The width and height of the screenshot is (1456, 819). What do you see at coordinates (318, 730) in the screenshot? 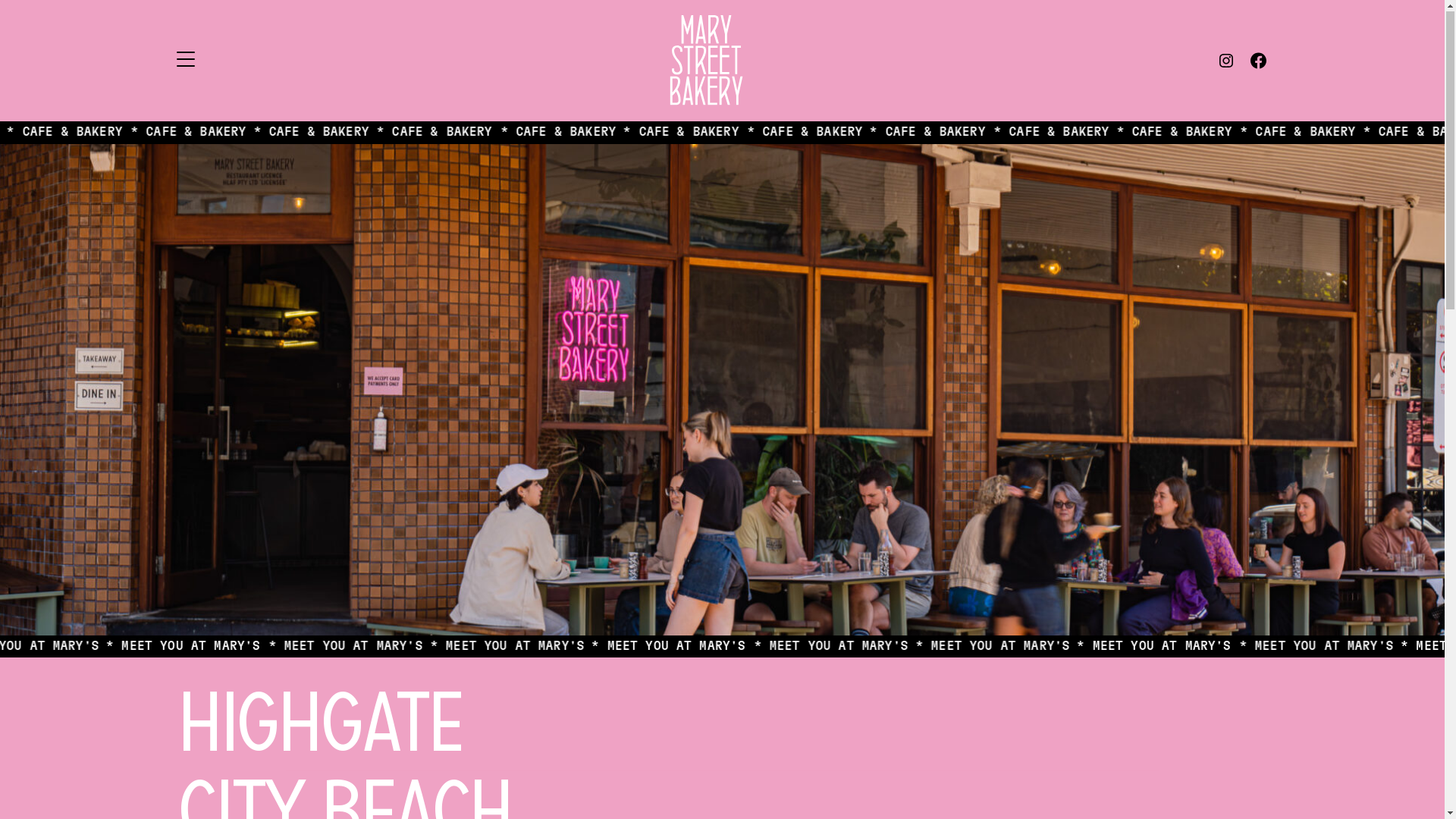
I see `'Highgate'` at bounding box center [318, 730].